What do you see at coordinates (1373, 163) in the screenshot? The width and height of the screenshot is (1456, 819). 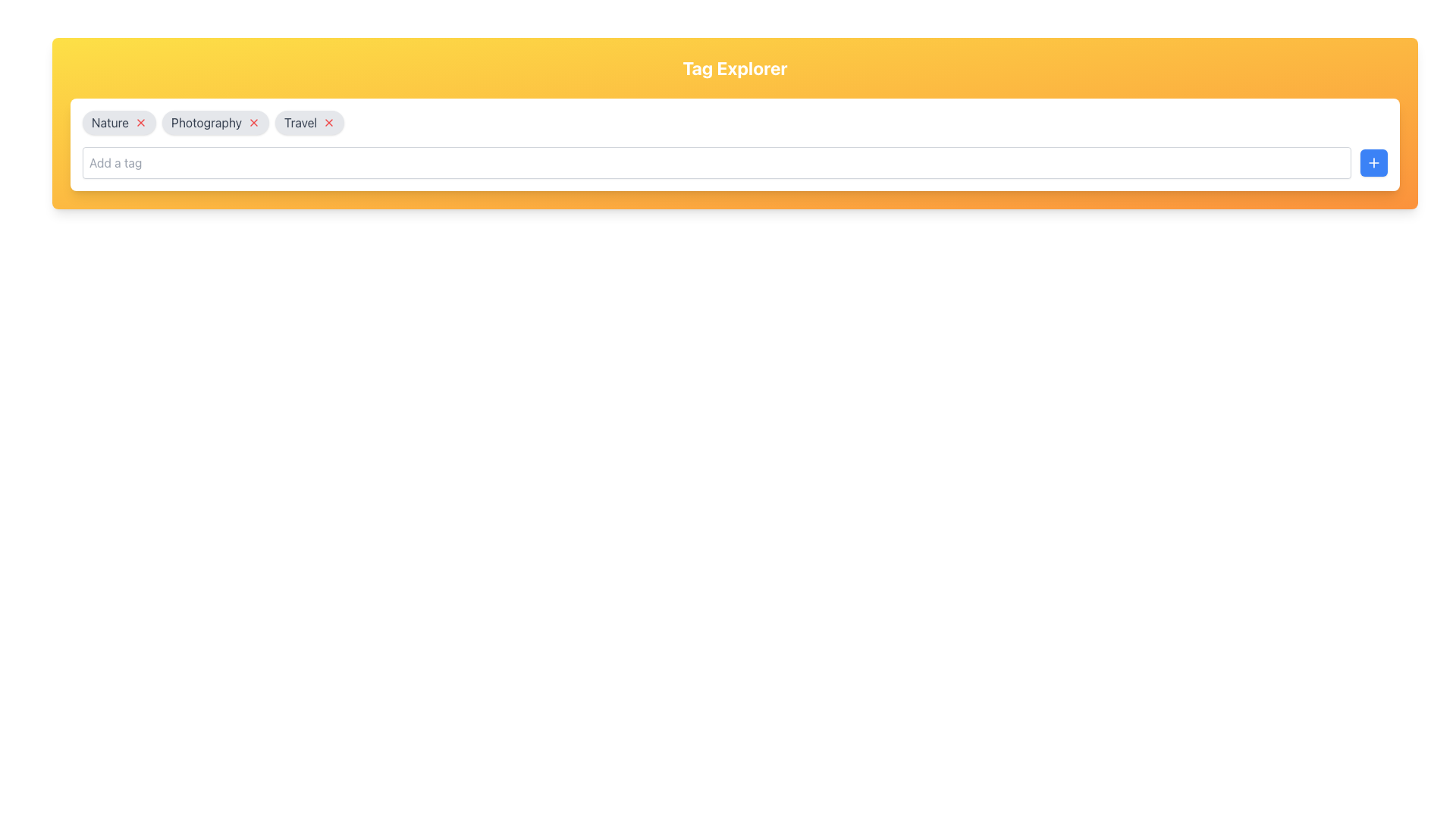 I see `the plus sign icon button located in the bottom-right corner of the blue circular button in the 'Tag Explorer' toolbar` at bounding box center [1373, 163].